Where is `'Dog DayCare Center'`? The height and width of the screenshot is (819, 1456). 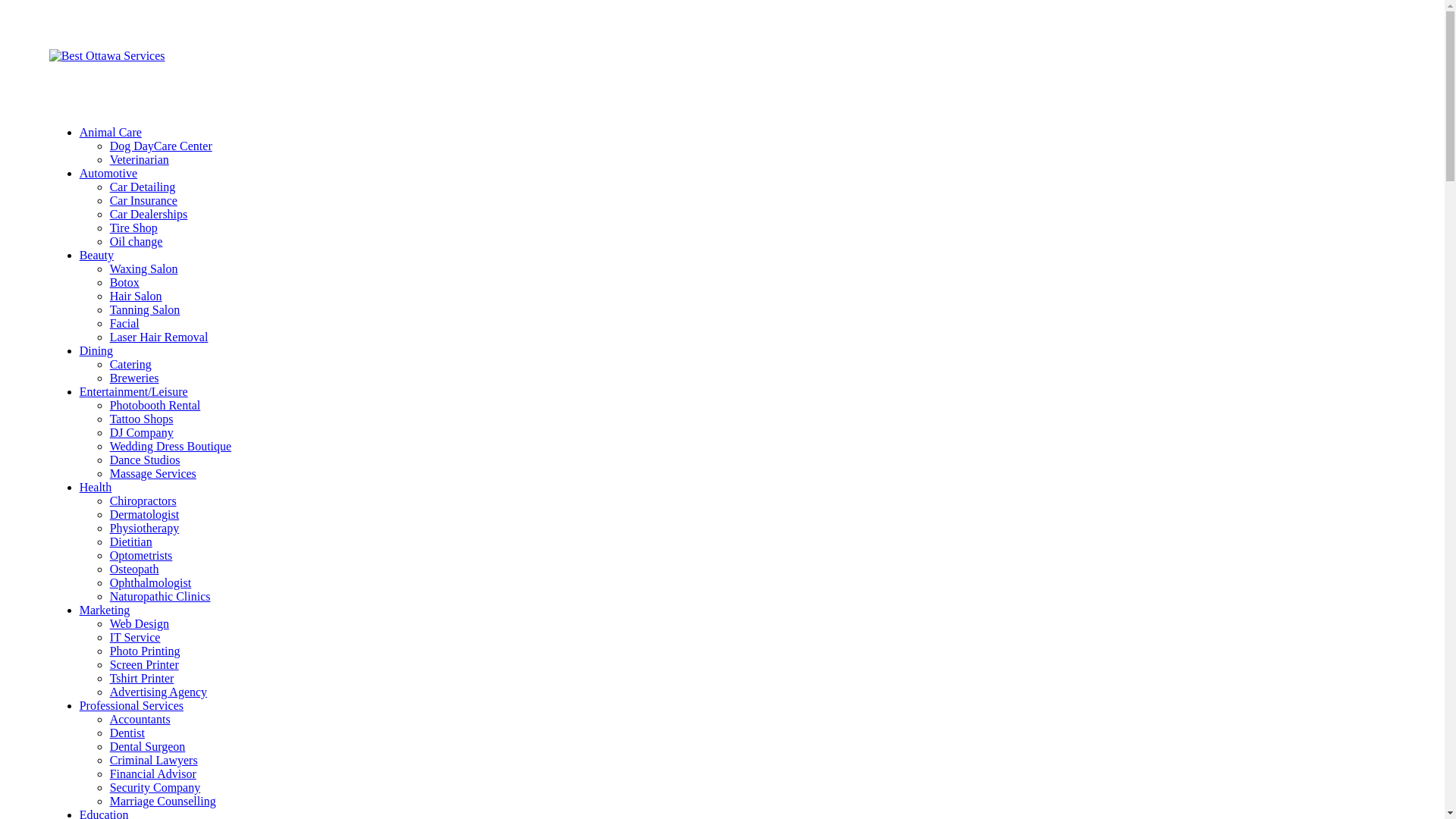
'Dog DayCare Center' is located at coordinates (161, 146).